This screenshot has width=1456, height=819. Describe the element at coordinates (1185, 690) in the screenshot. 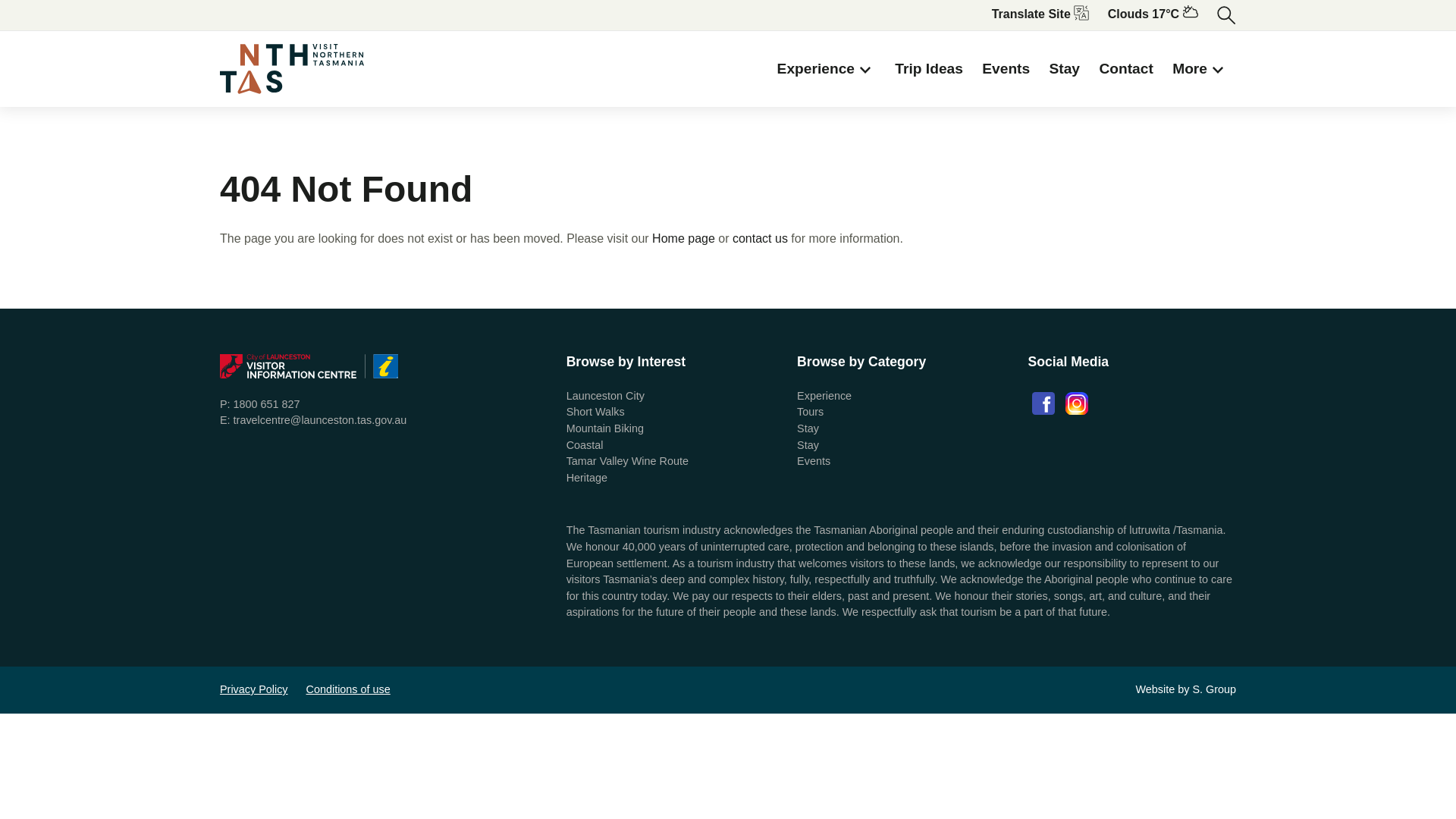

I see `'Website by S. Group'` at that location.